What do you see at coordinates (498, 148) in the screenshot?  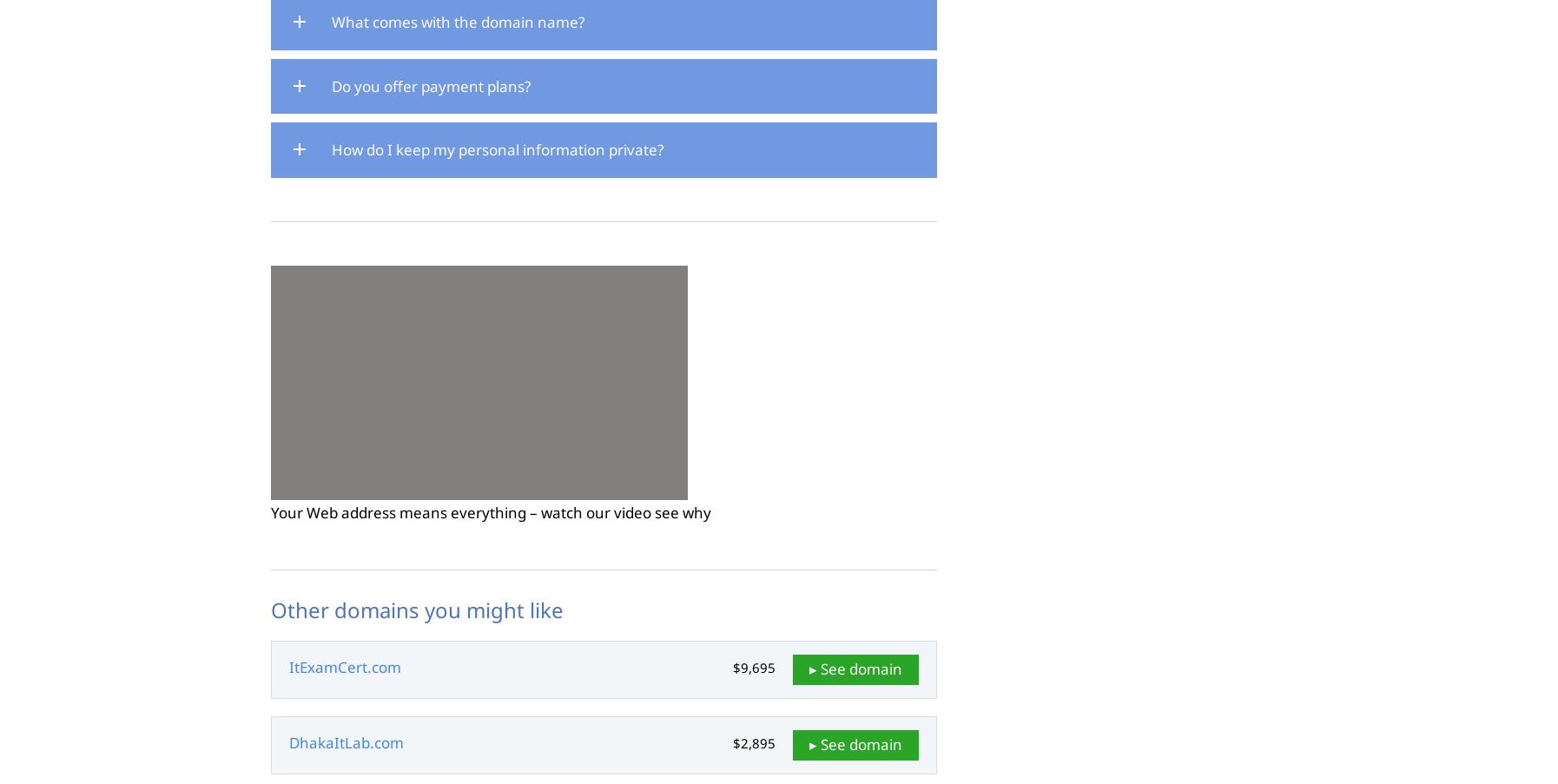 I see `'How do I keep my personal information private?'` at bounding box center [498, 148].